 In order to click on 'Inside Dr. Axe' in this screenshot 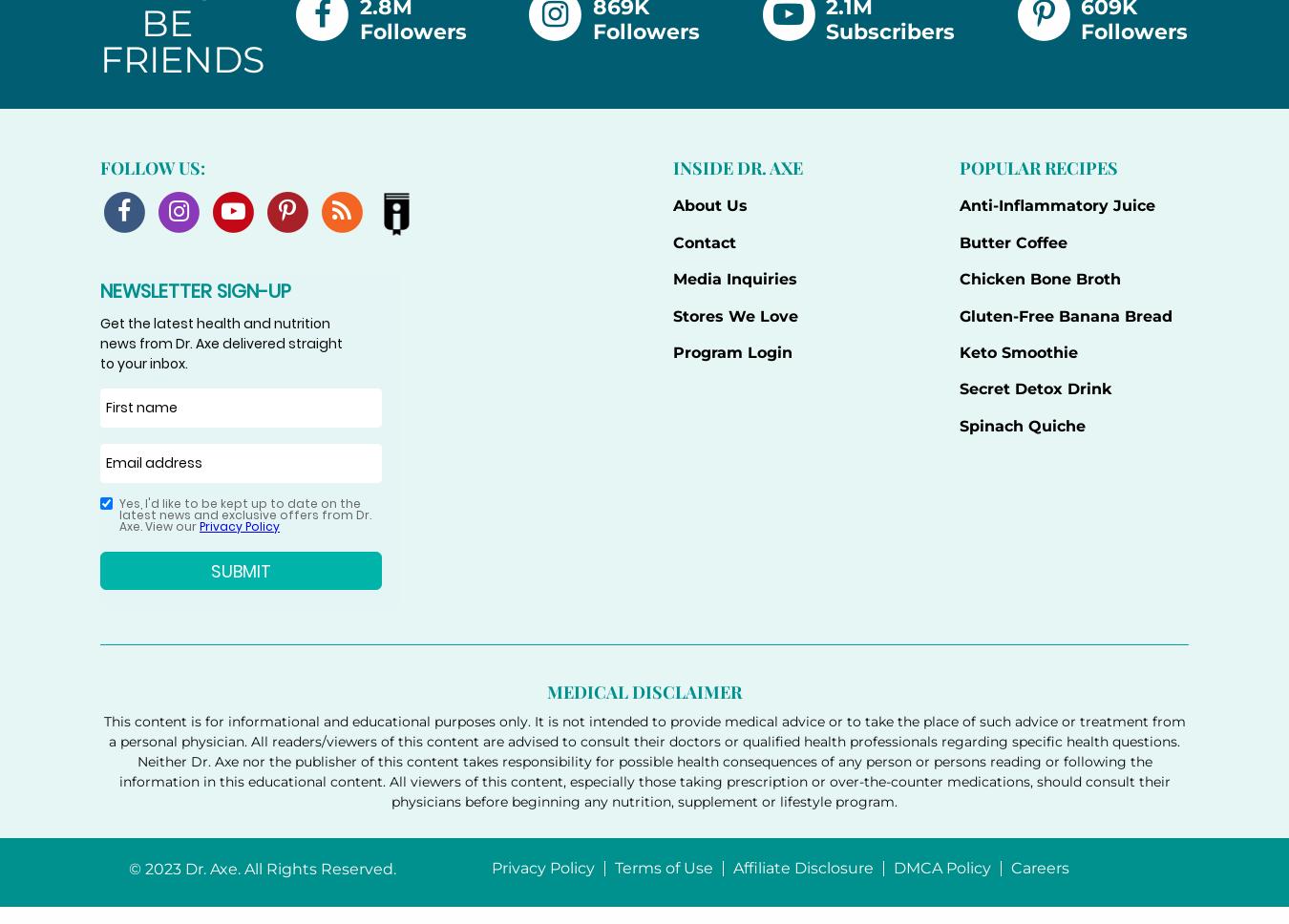, I will do `click(736, 167)`.